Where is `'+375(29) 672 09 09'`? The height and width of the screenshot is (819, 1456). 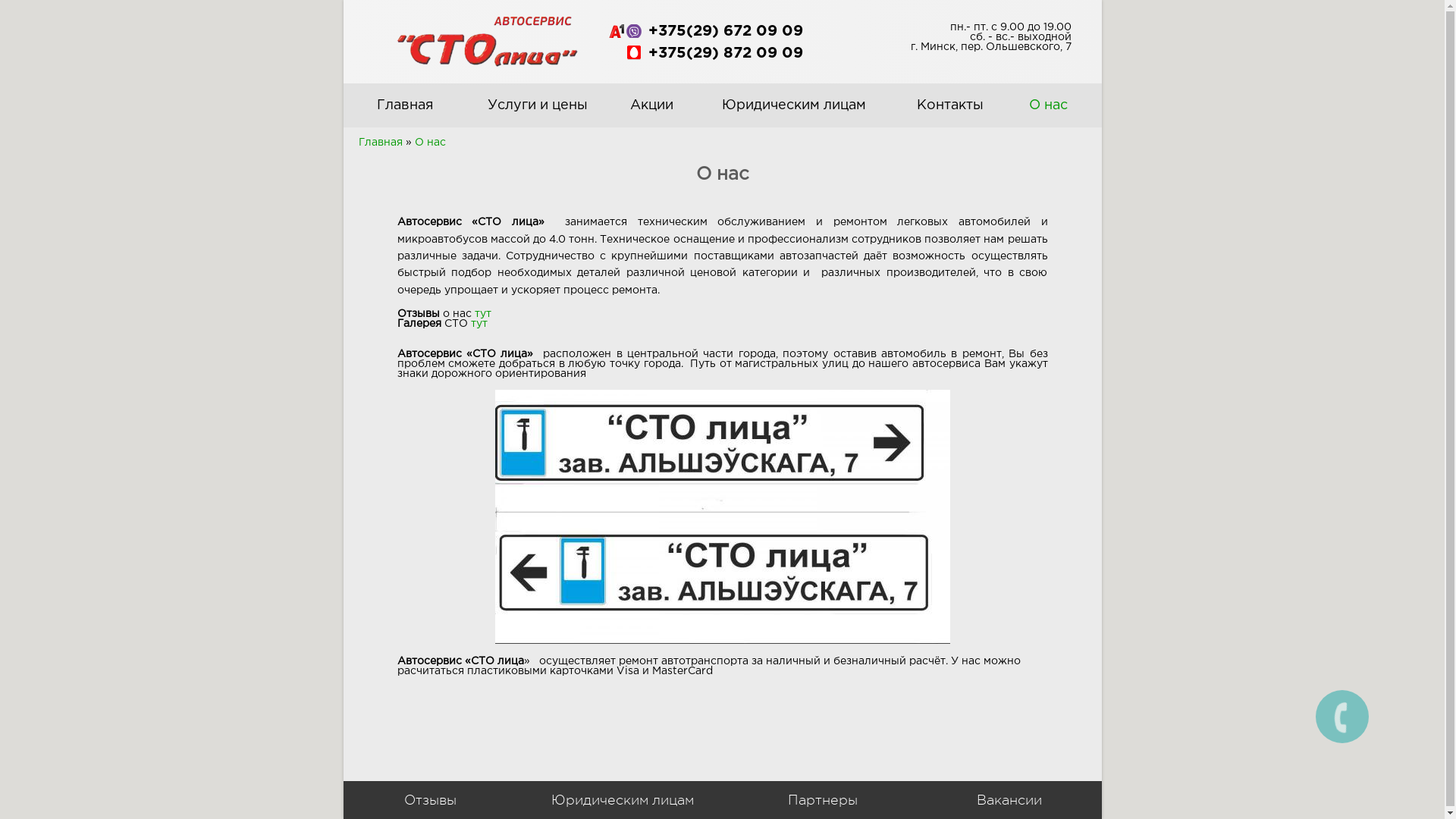
'+375(29) 672 09 09' is located at coordinates (723, 31).